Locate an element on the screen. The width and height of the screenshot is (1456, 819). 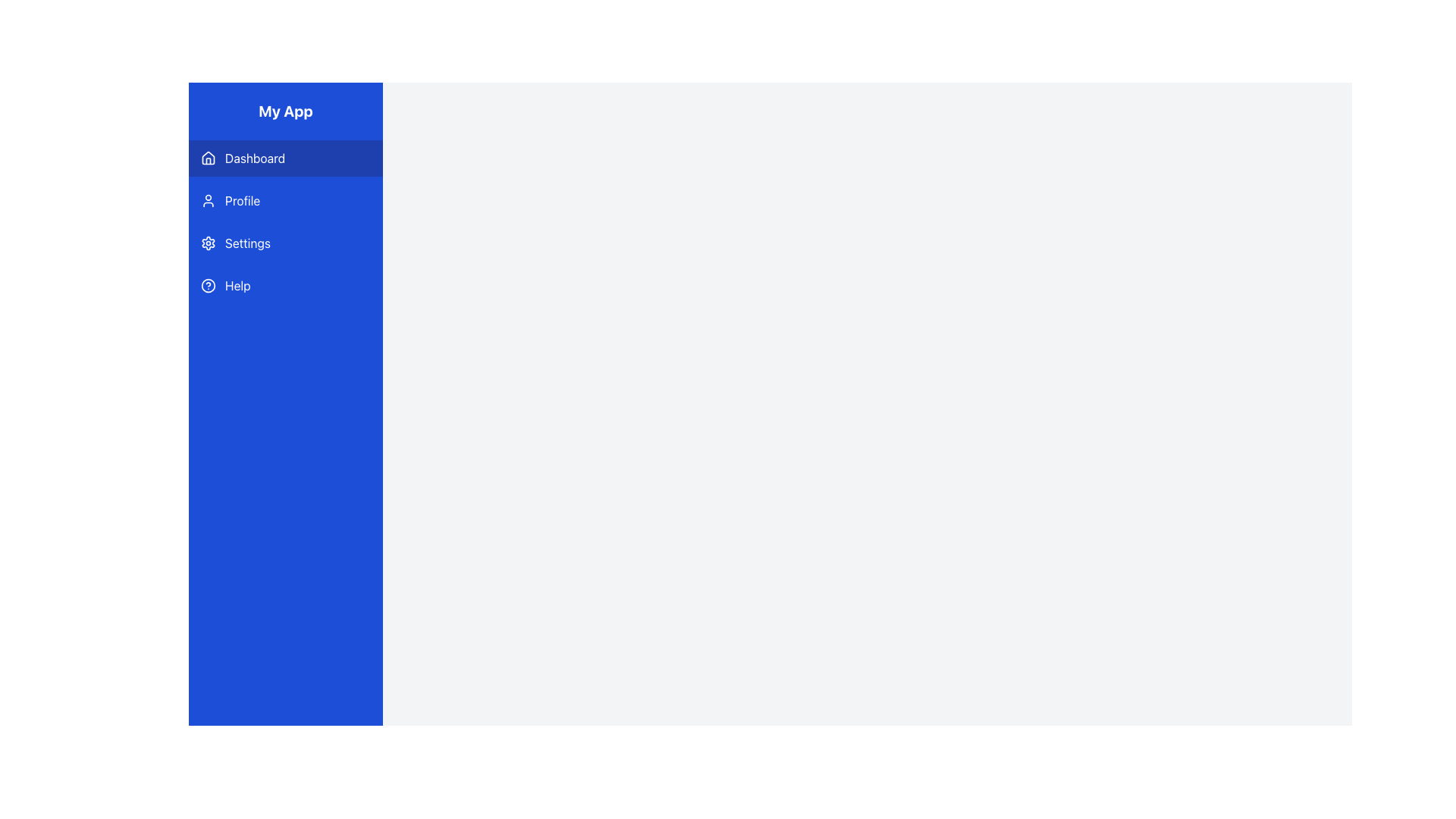
the 'Help' menu item represented by the SVG Circle element is located at coordinates (207, 286).